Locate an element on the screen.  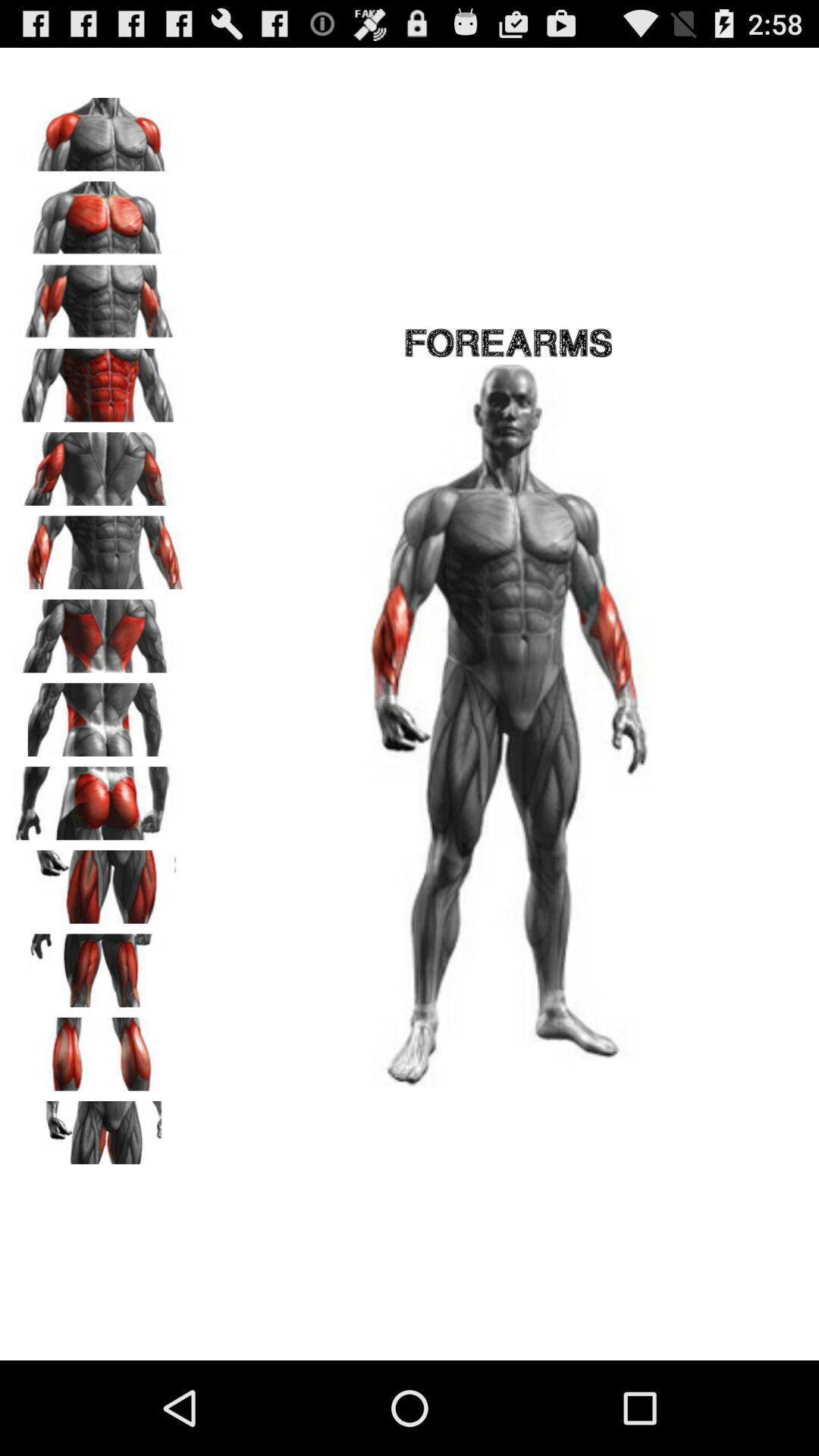
thigh workouts is located at coordinates (99, 965).